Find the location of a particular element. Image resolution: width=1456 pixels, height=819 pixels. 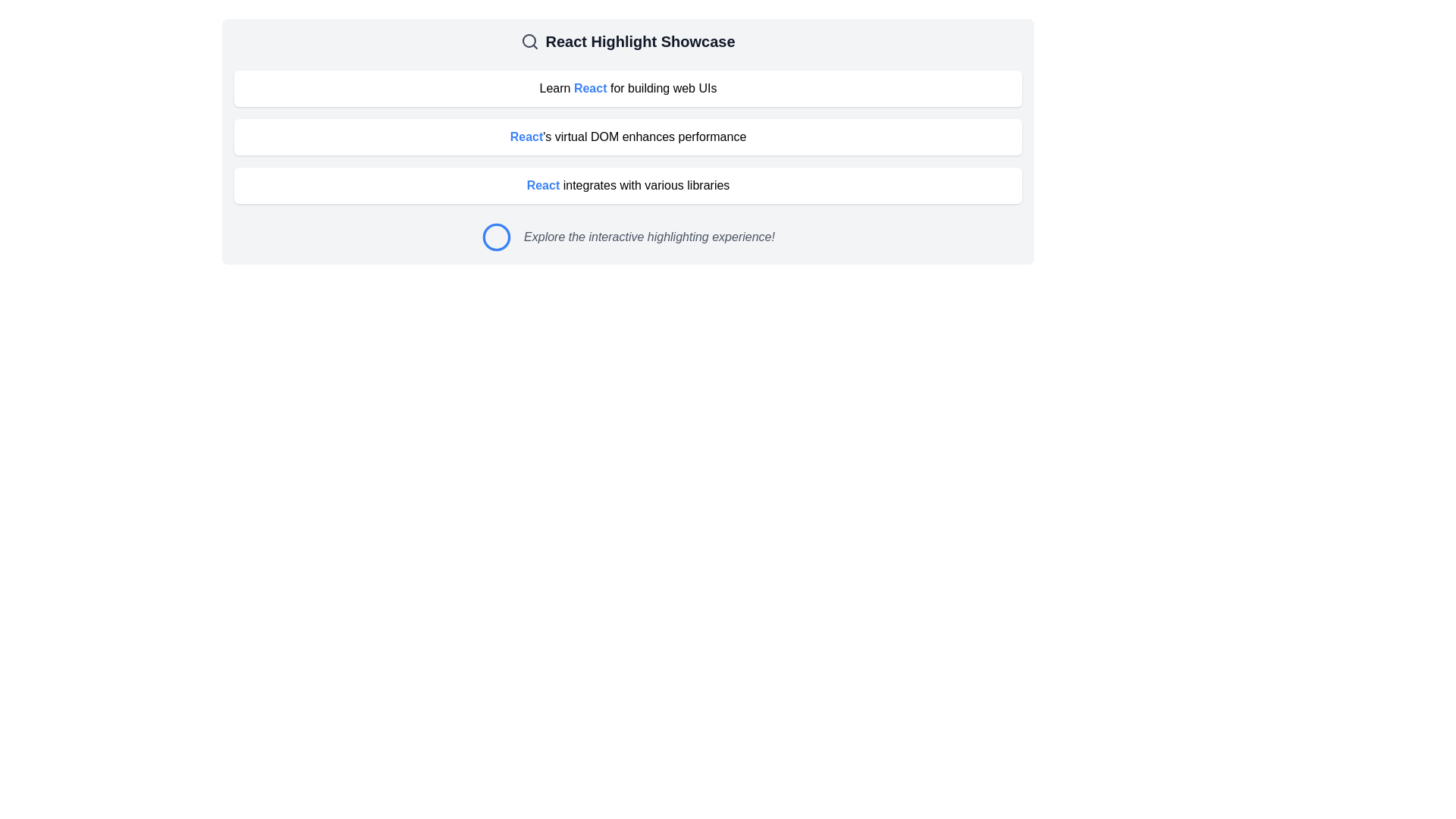

the Heading or Title Text located at the upper center of the interface, directly to the right of the search icon, which serves as the prominent title indicating the main theme of the page is located at coordinates (640, 40).